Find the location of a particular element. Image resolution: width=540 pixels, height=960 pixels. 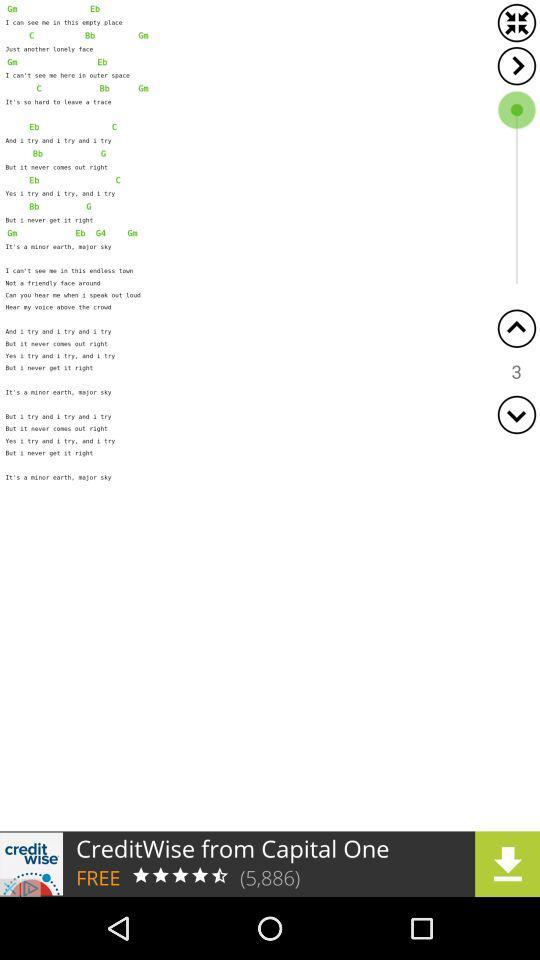

back ward is located at coordinates (516, 328).